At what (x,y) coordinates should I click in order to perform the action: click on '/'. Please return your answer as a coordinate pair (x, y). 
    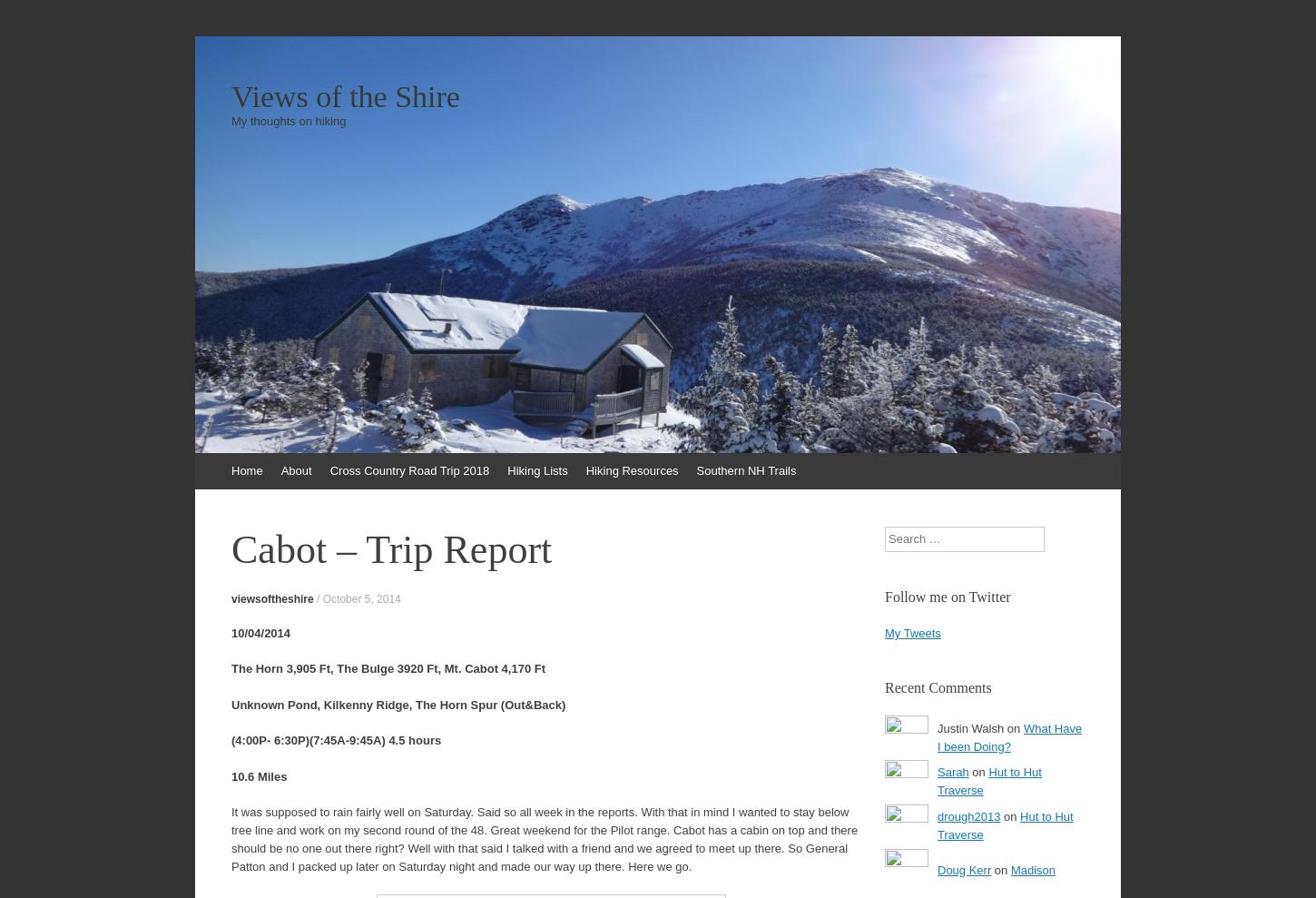
    Looking at the image, I should click on (312, 598).